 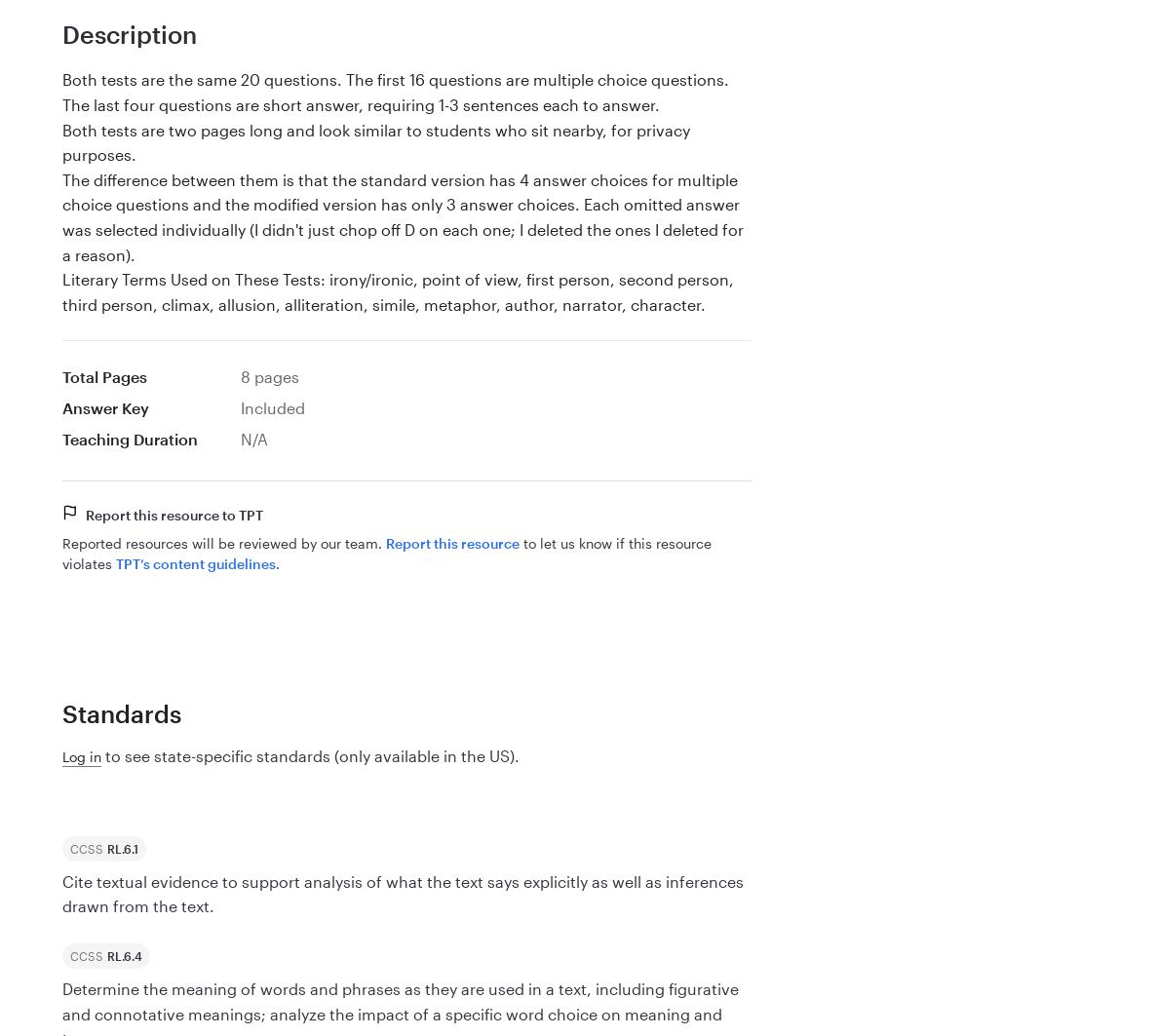 I want to click on 'Both tests are two pages long and look similar to students who sit nearby, for privacy purposes.', so click(x=61, y=141).